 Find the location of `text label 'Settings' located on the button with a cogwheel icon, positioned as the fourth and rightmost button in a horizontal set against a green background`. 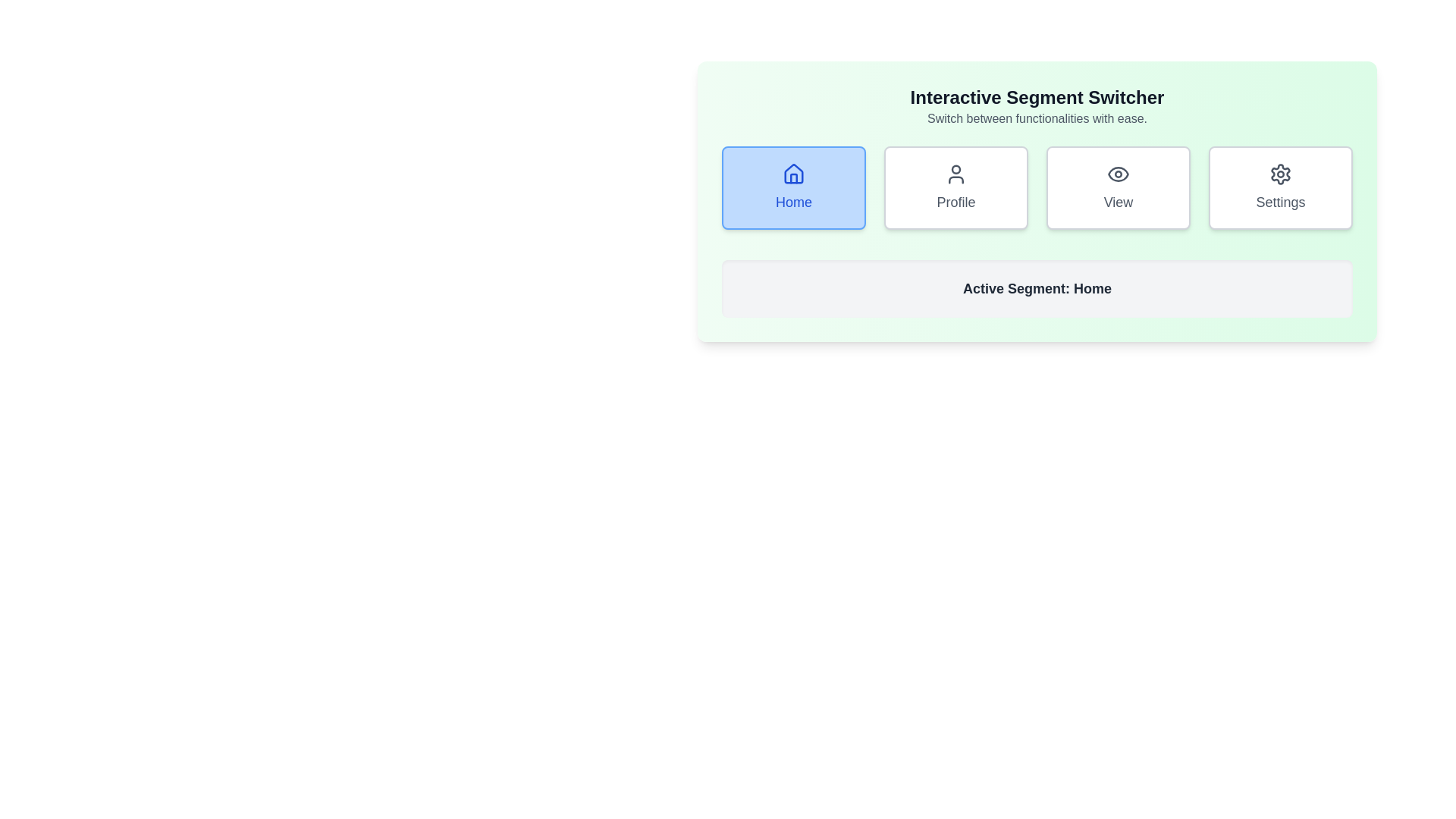

text label 'Settings' located on the button with a cogwheel icon, positioned as the fourth and rightmost button in a horizontal set against a green background is located at coordinates (1280, 201).